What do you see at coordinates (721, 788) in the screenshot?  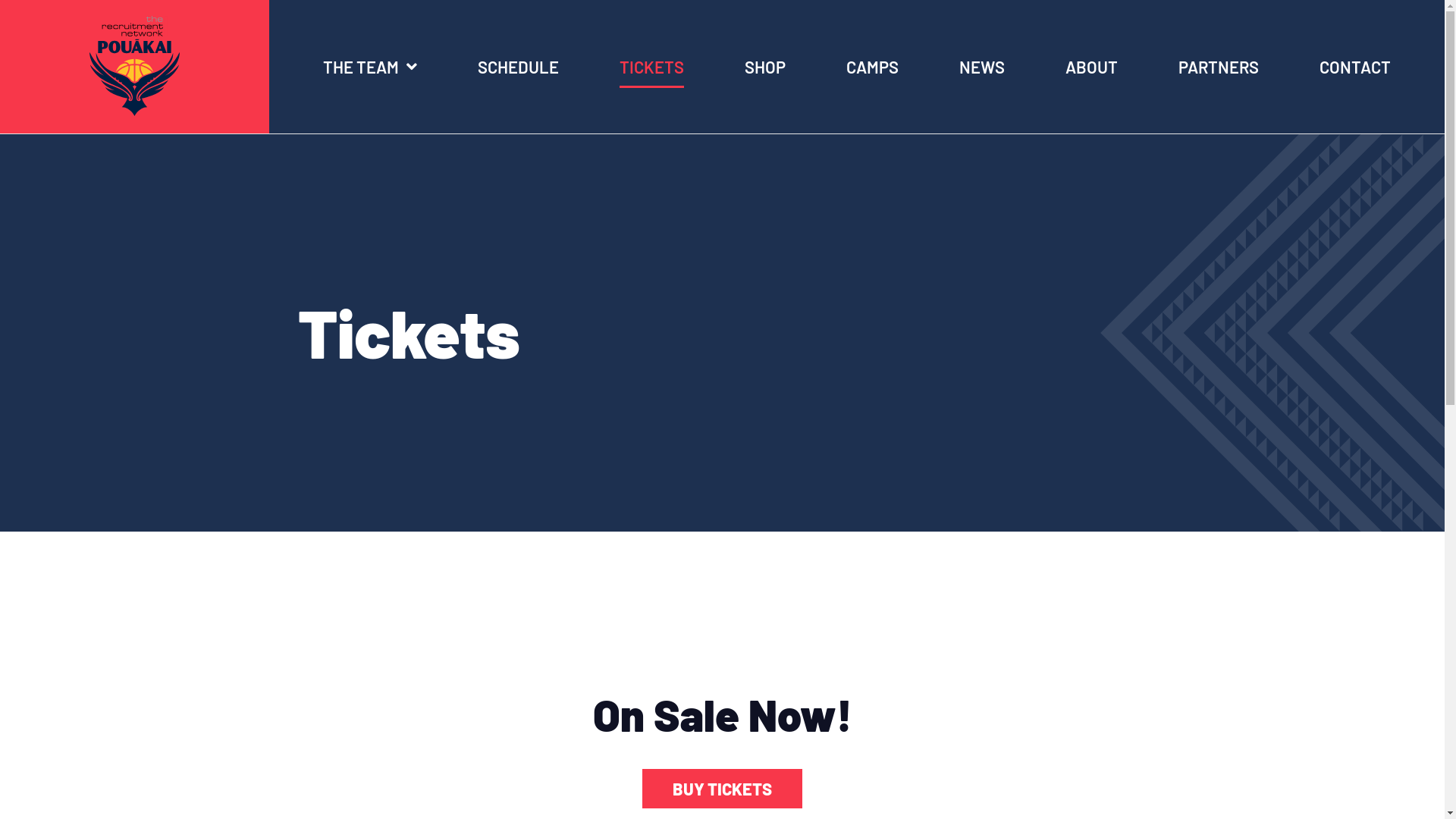 I see `'BUY TICKETS'` at bounding box center [721, 788].